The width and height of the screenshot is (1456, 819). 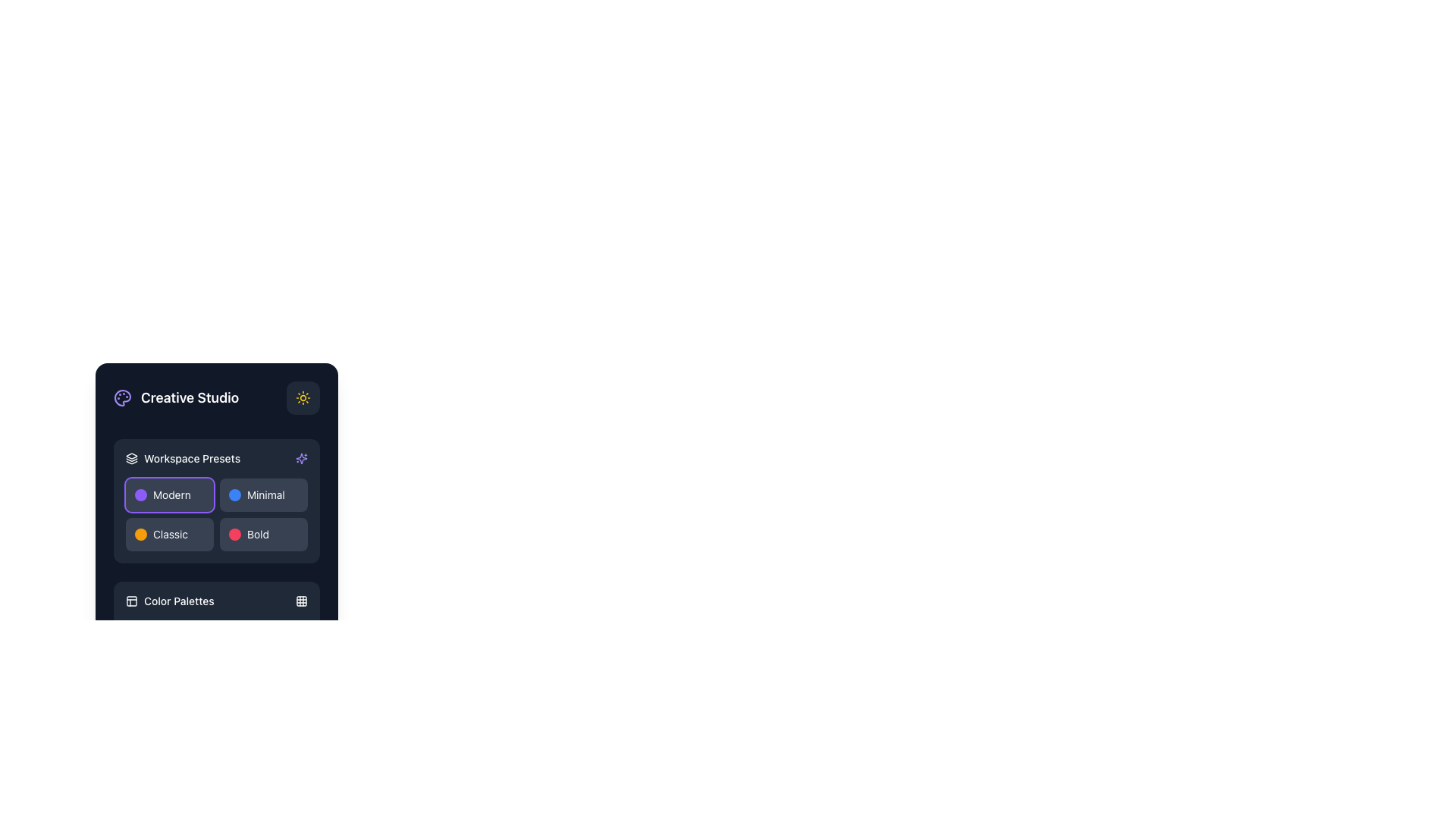 What do you see at coordinates (179, 601) in the screenshot?
I see `'Color Palettes' text label, which is styled in a medium-weight sans-serif font and located in the middle-bottom area of the interface panel, adjacent to an icon` at bounding box center [179, 601].